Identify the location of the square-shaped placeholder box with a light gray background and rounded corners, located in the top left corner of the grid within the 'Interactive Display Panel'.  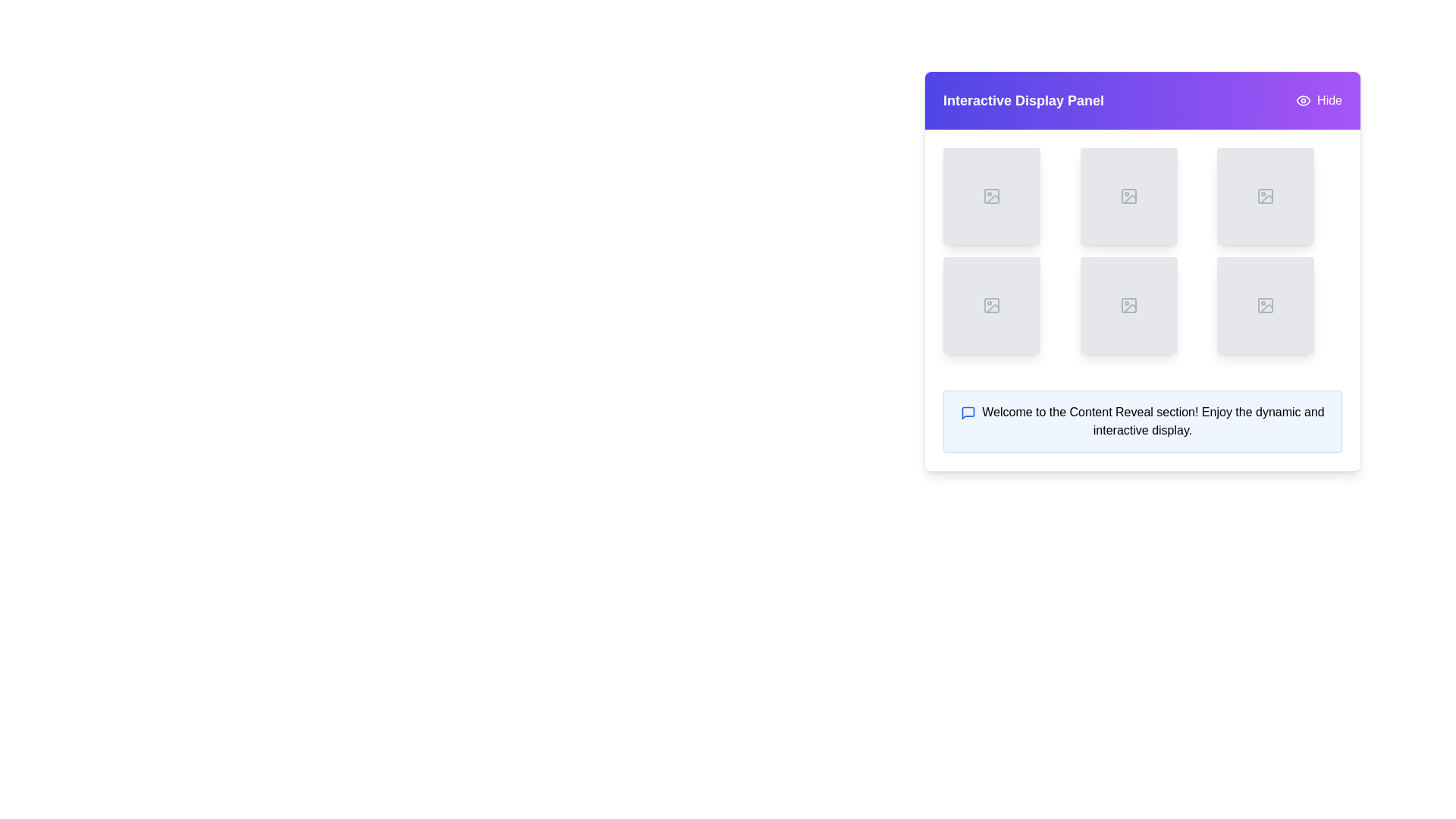
(992, 195).